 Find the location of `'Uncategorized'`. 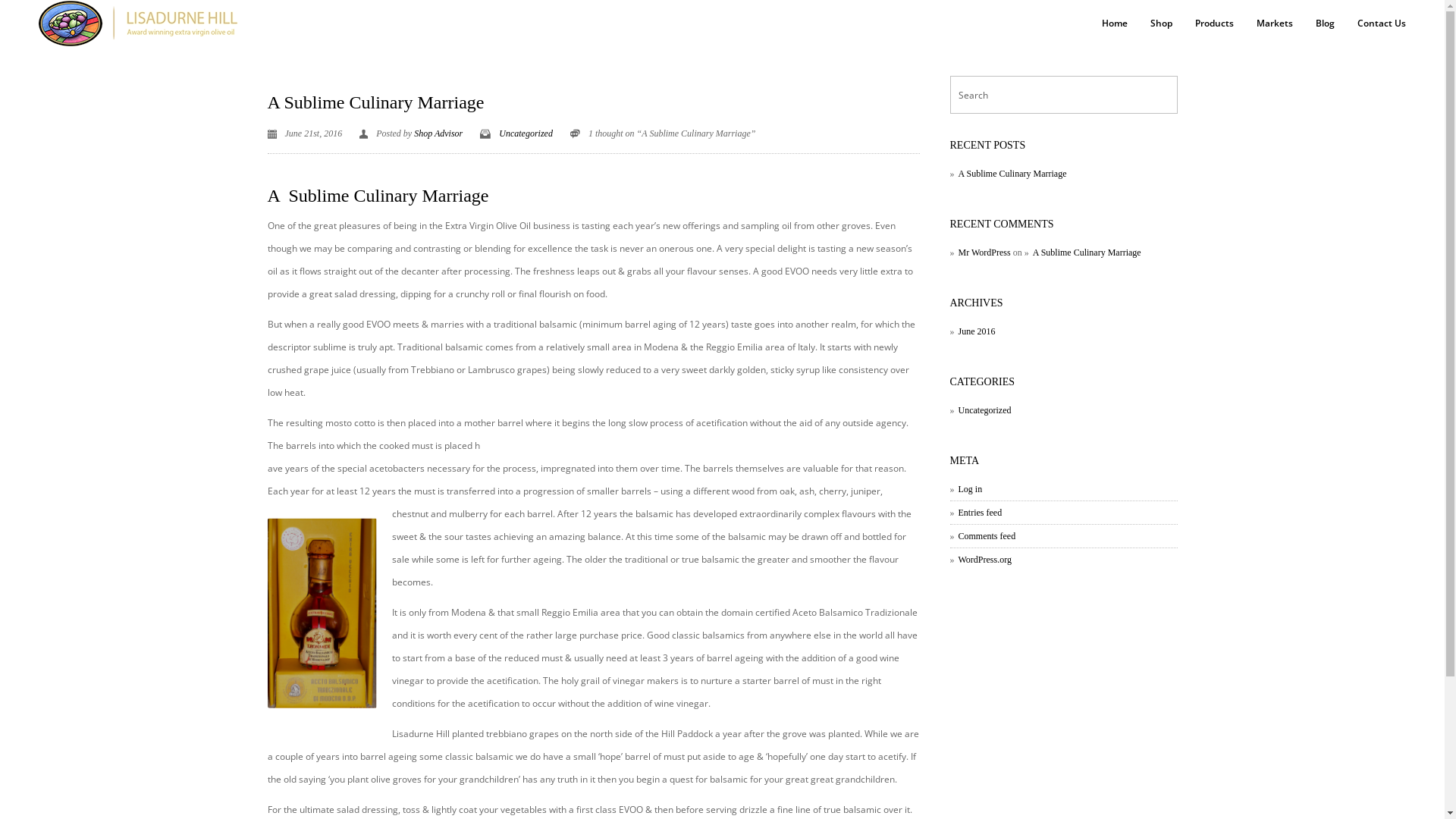

'Uncategorized' is located at coordinates (498, 133).